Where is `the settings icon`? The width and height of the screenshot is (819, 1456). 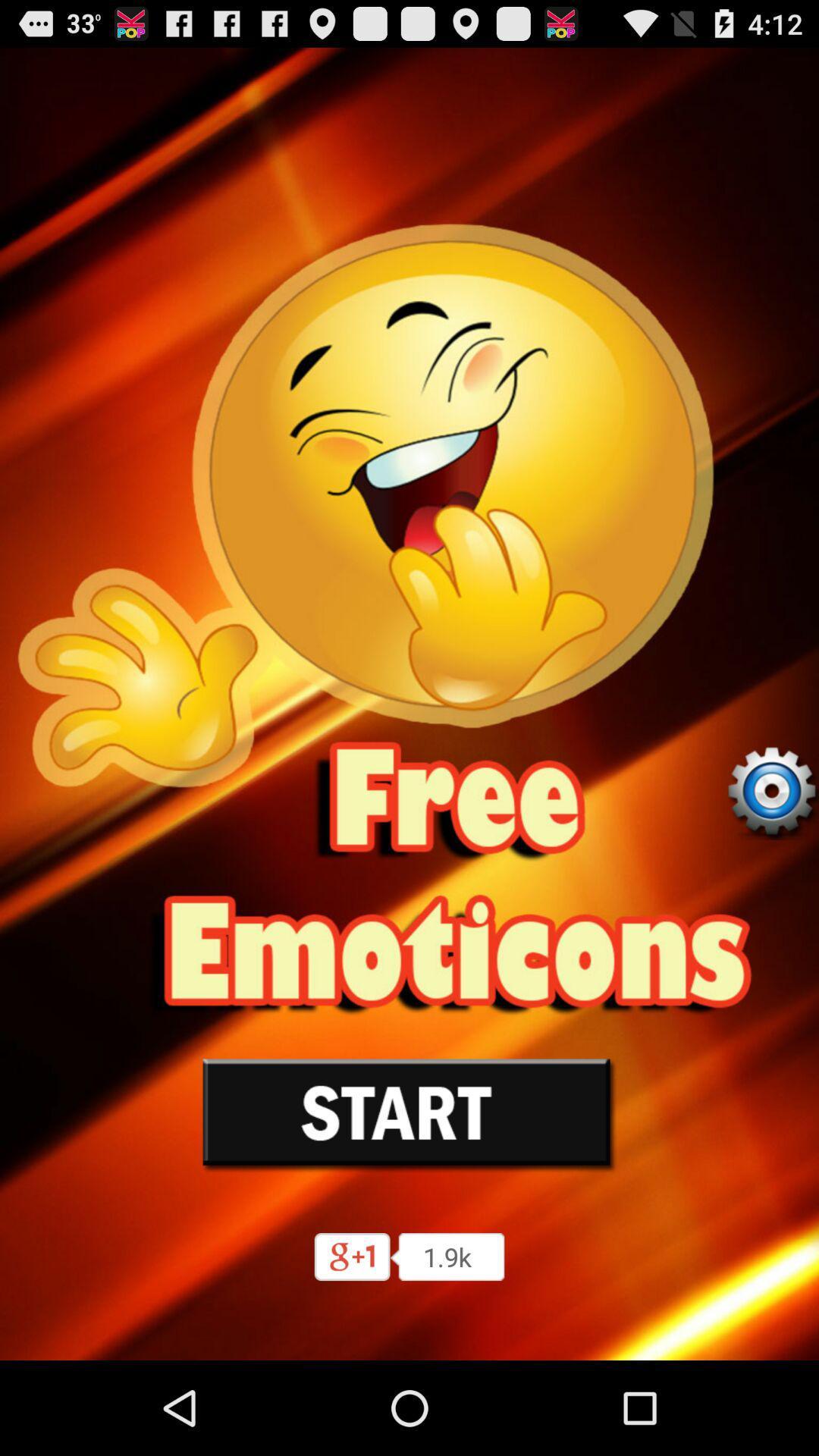
the settings icon is located at coordinates (771, 847).